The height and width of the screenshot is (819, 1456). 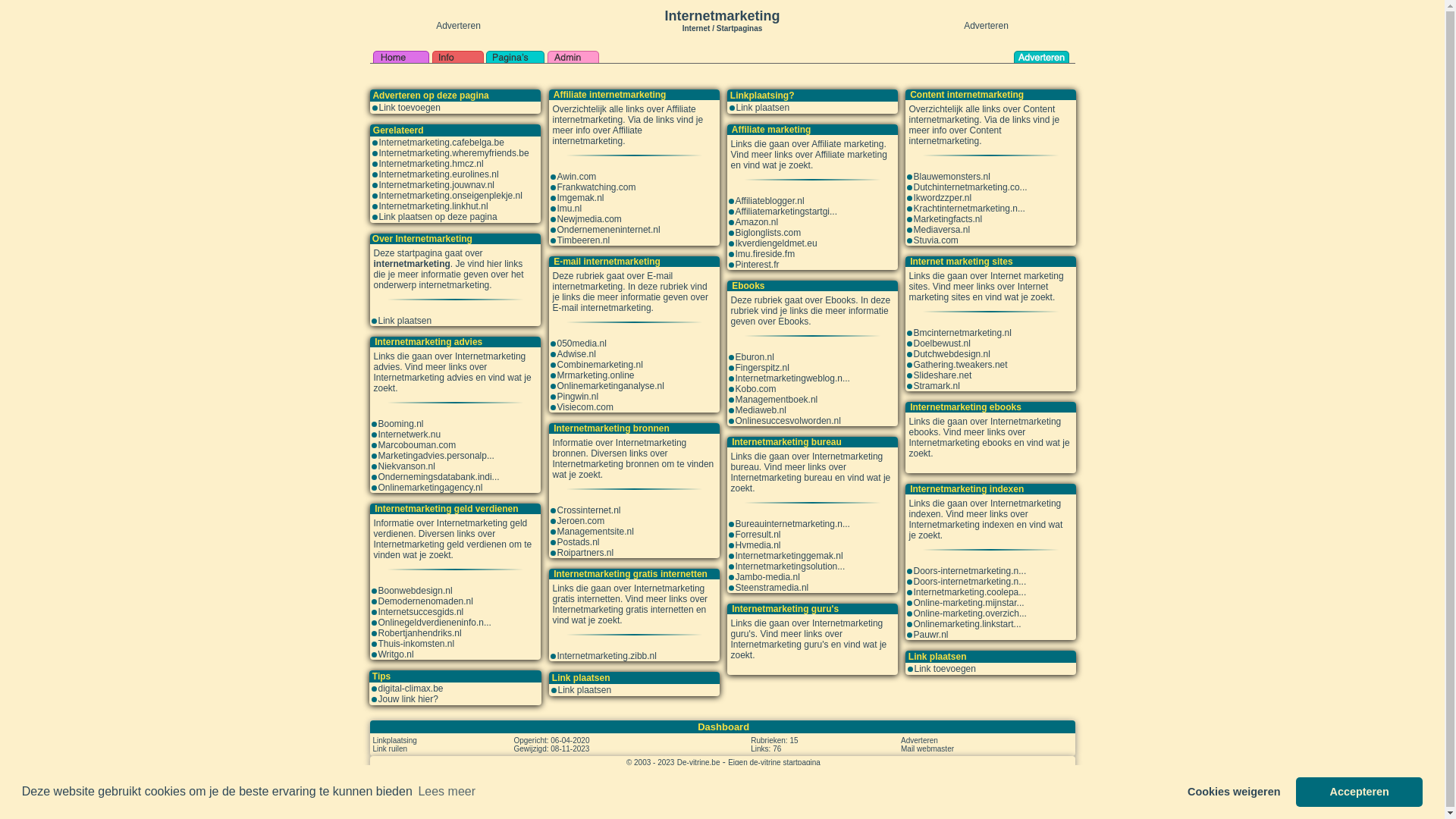 What do you see at coordinates (438, 174) in the screenshot?
I see `'Internetmarketing.eurolines.nl'` at bounding box center [438, 174].